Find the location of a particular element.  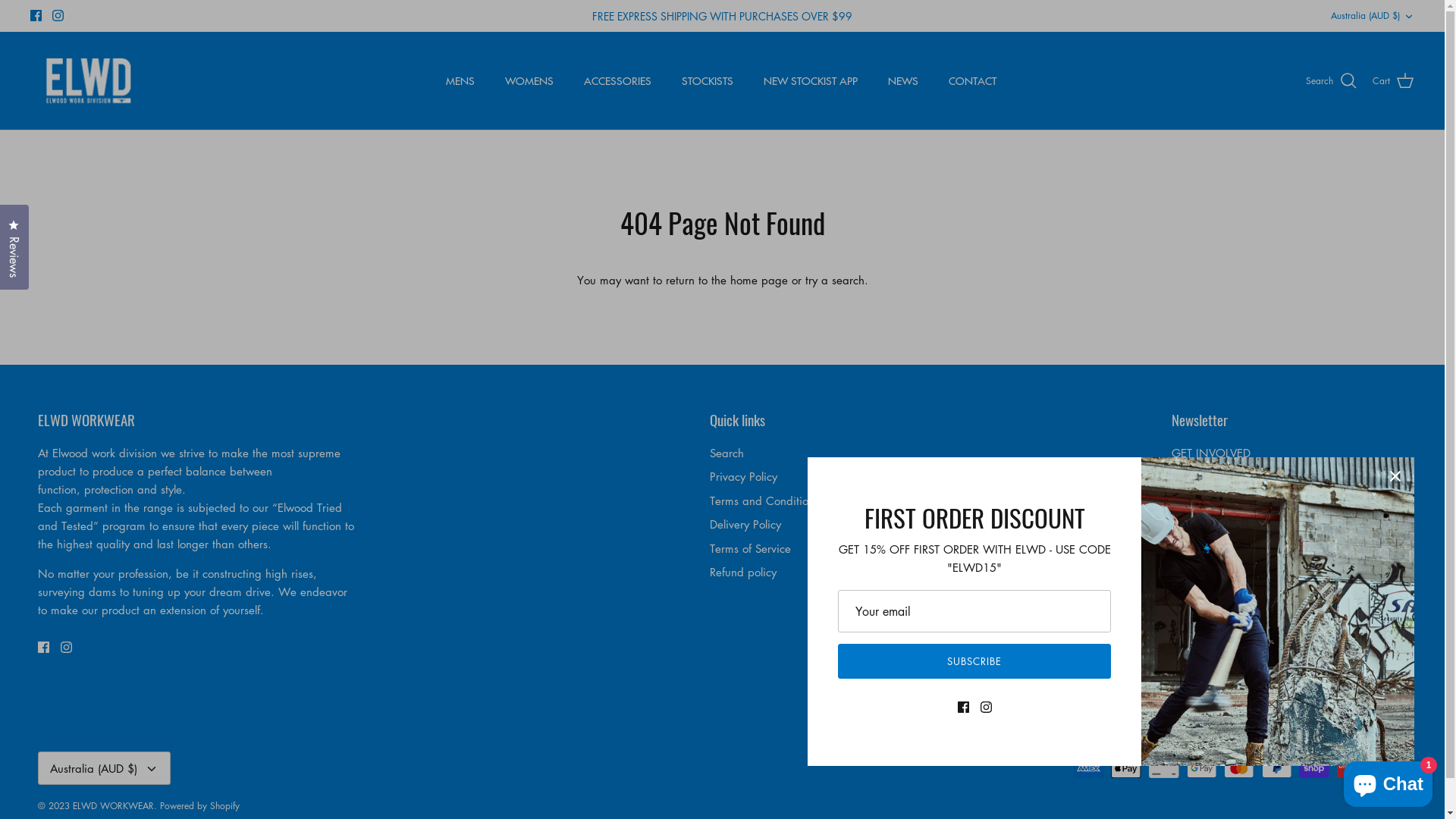

'Privacy Policy' is located at coordinates (709, 475).